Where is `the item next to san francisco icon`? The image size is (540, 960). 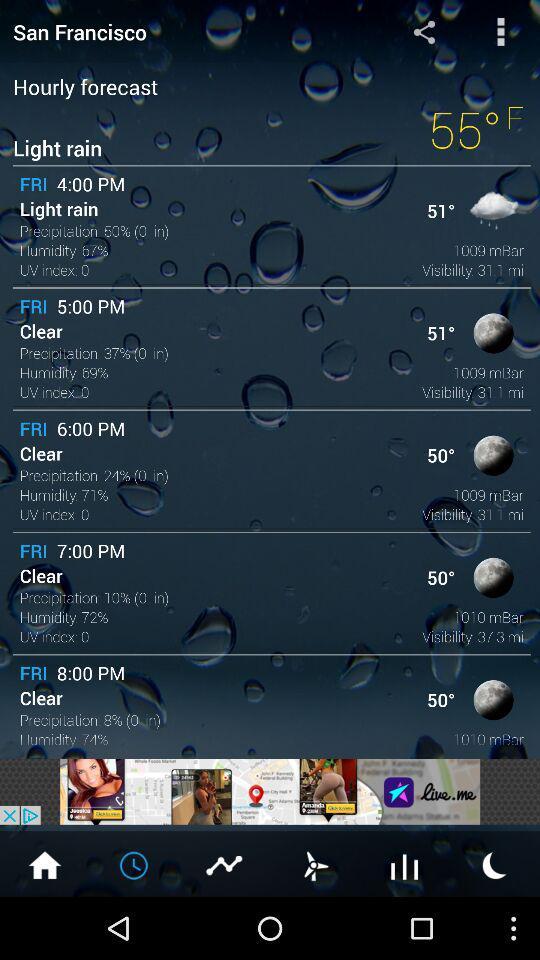
the item next to san francisco icon is located at coordinates (423, 30).